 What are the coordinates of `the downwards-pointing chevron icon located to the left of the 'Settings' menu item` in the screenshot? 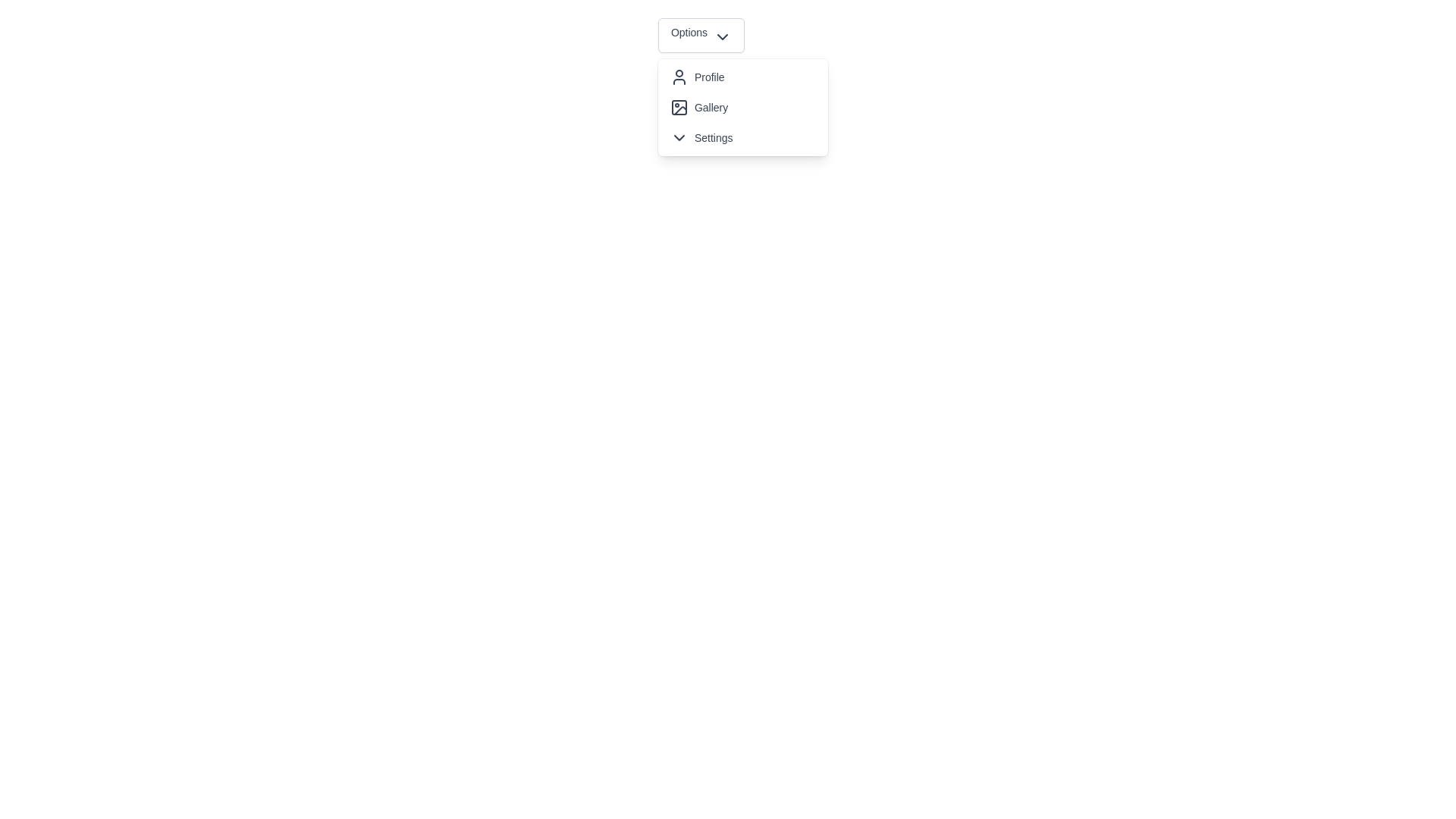 It's located at (678, 137).